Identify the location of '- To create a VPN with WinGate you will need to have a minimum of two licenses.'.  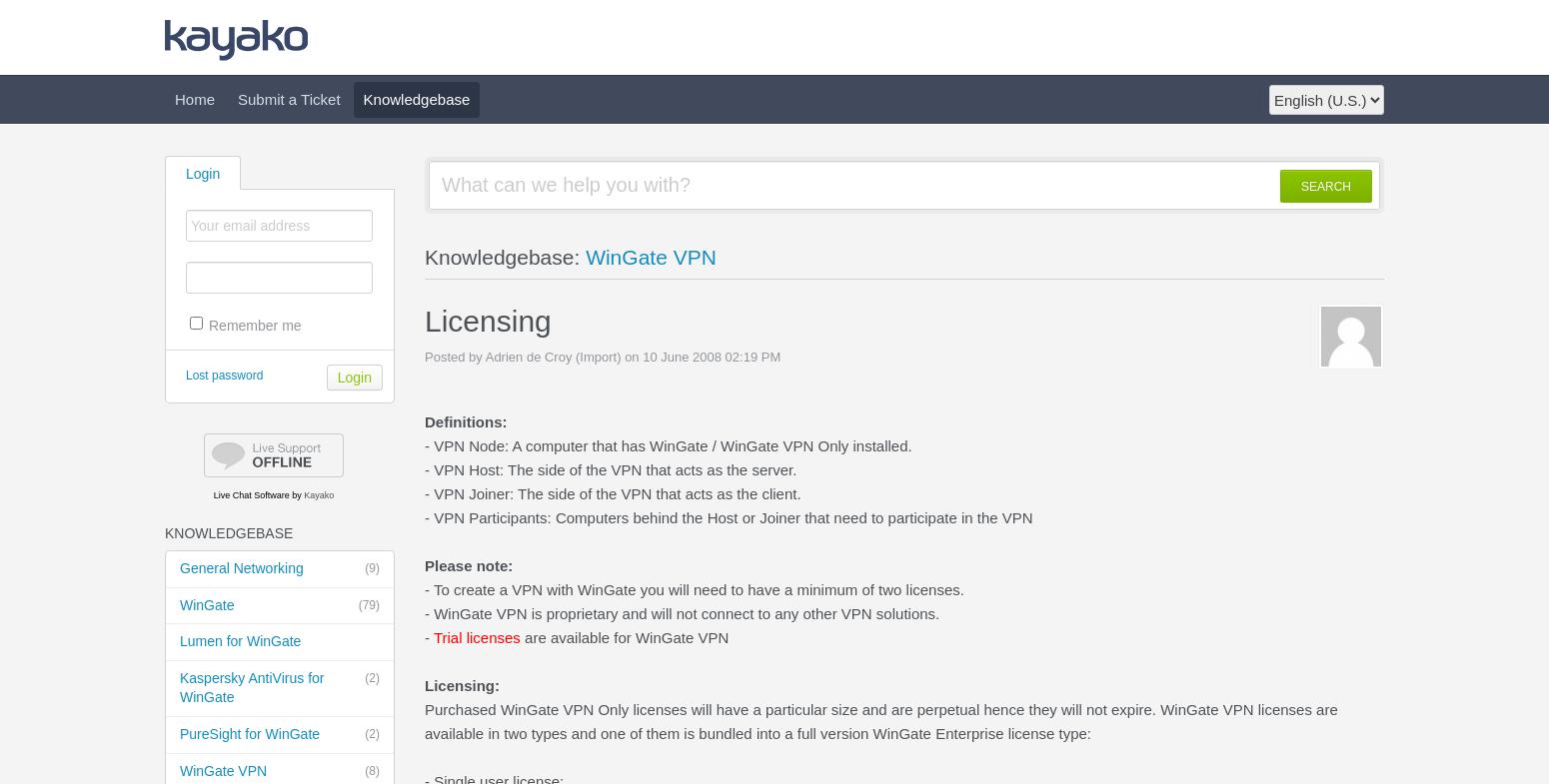
(425, 589).